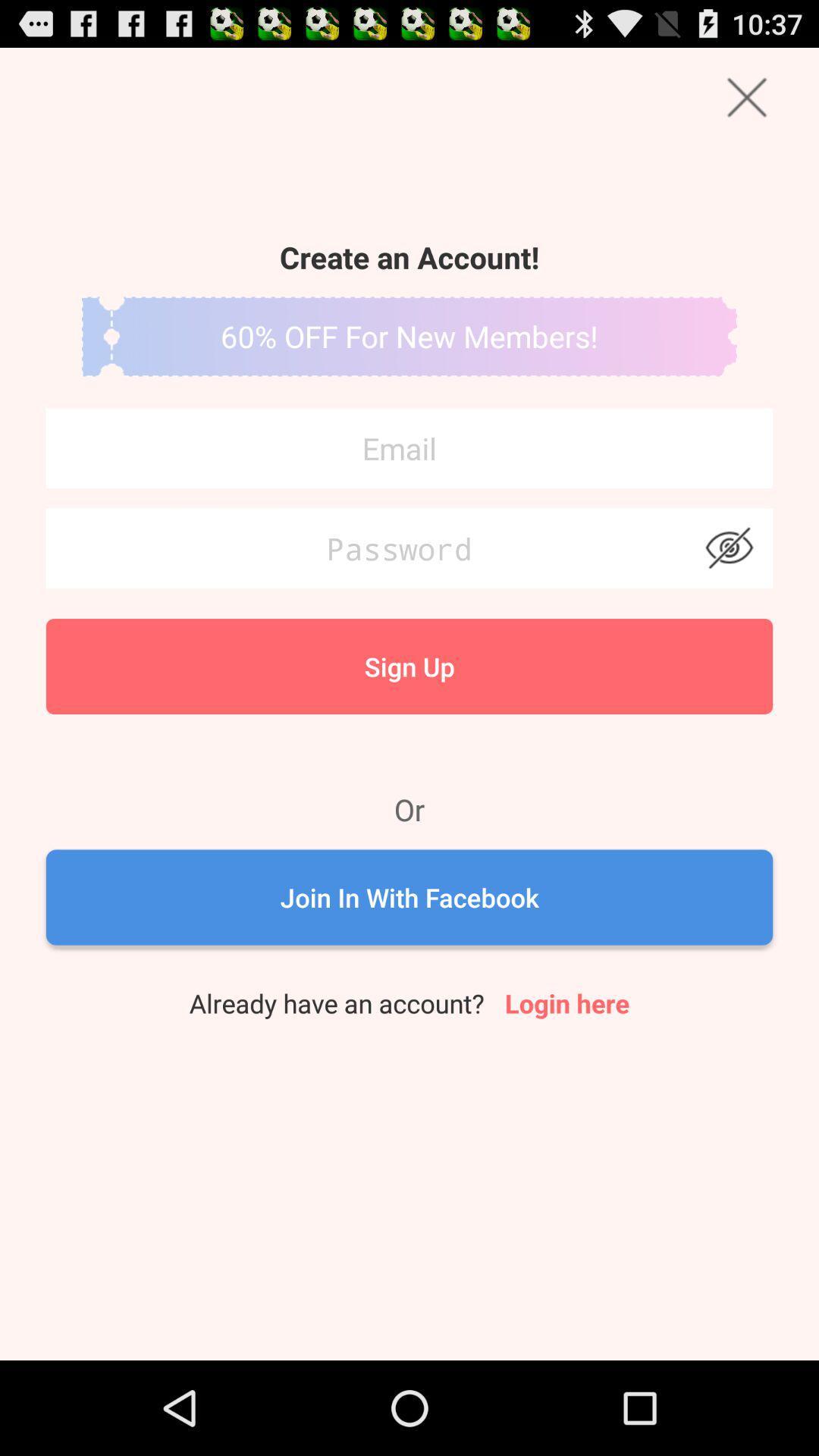  What do you see at coordinates (746, 96) in the screenshot?
I see `screen` at bounding box center [746, 96].